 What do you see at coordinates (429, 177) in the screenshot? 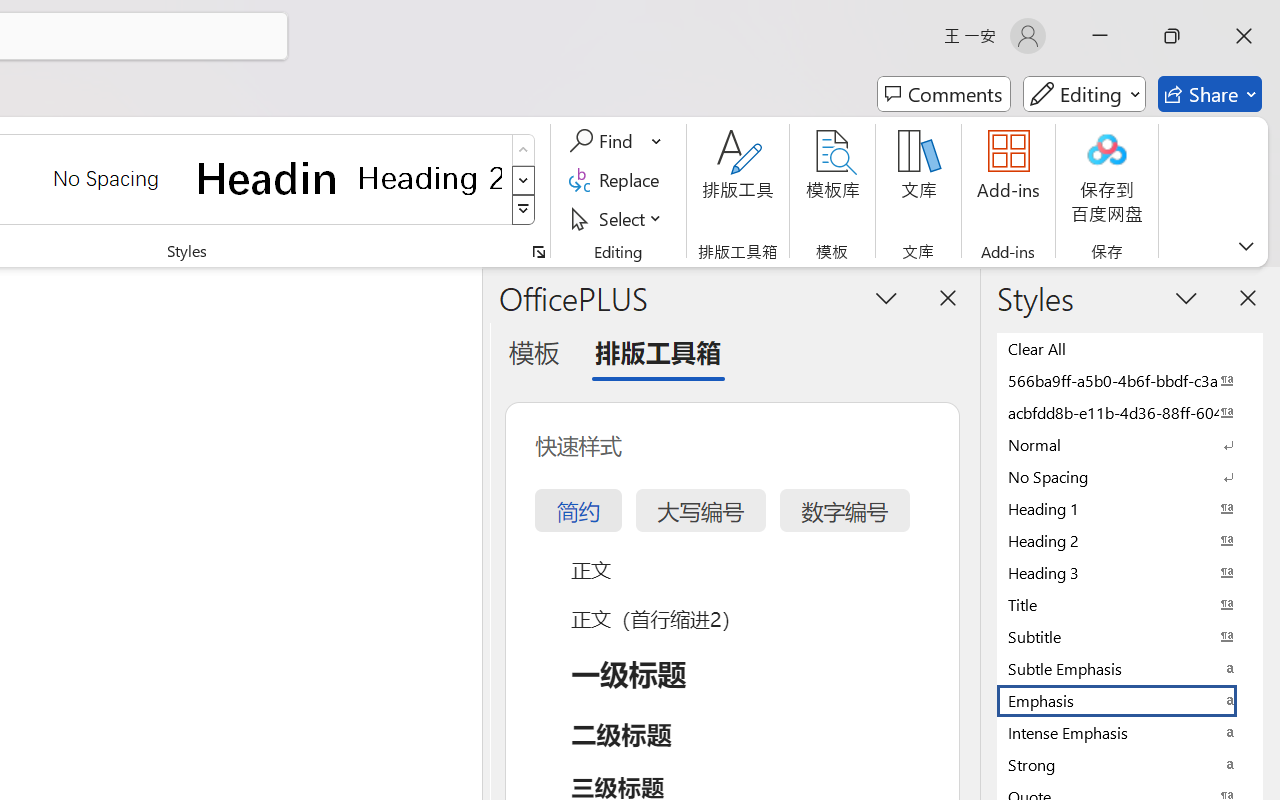
I see `'Heading 2'` at bounding box center [429, 177].